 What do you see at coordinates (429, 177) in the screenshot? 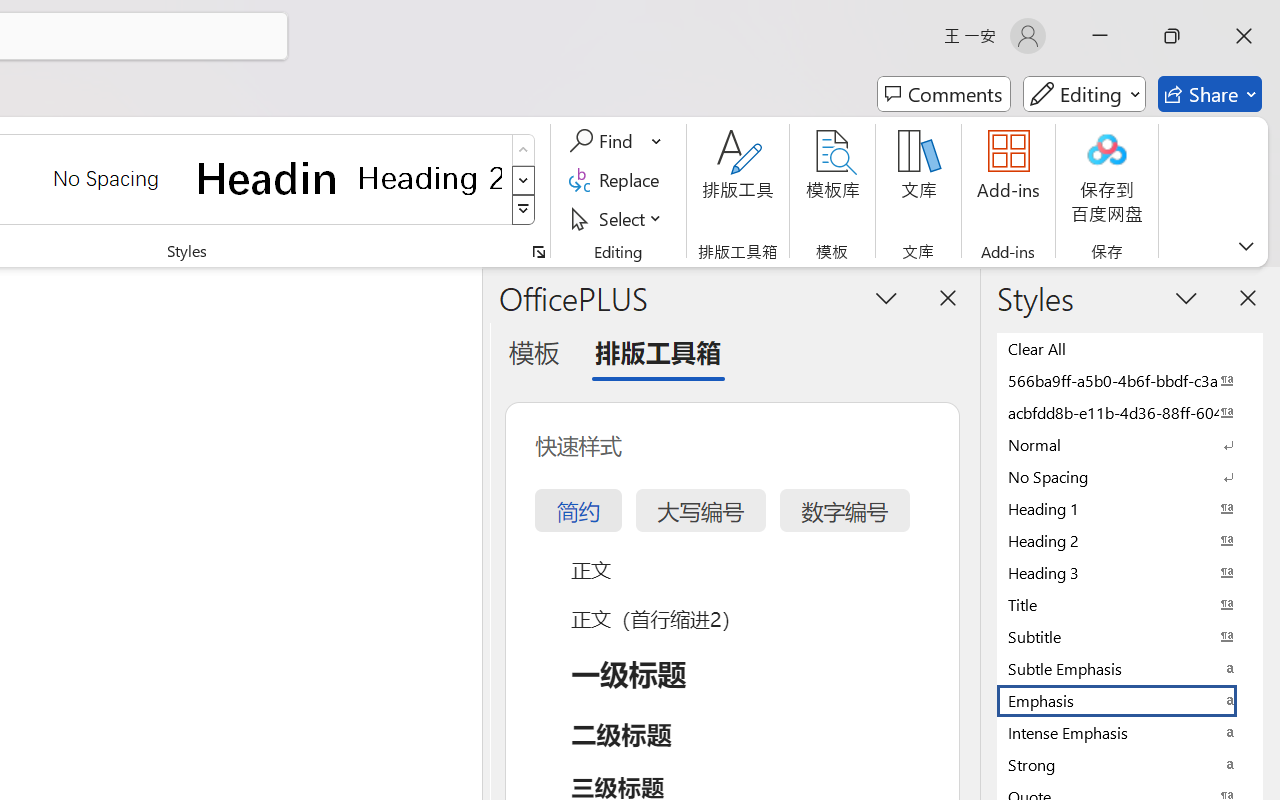
I see `'Heading 2'` at bounding box center [429, 177].